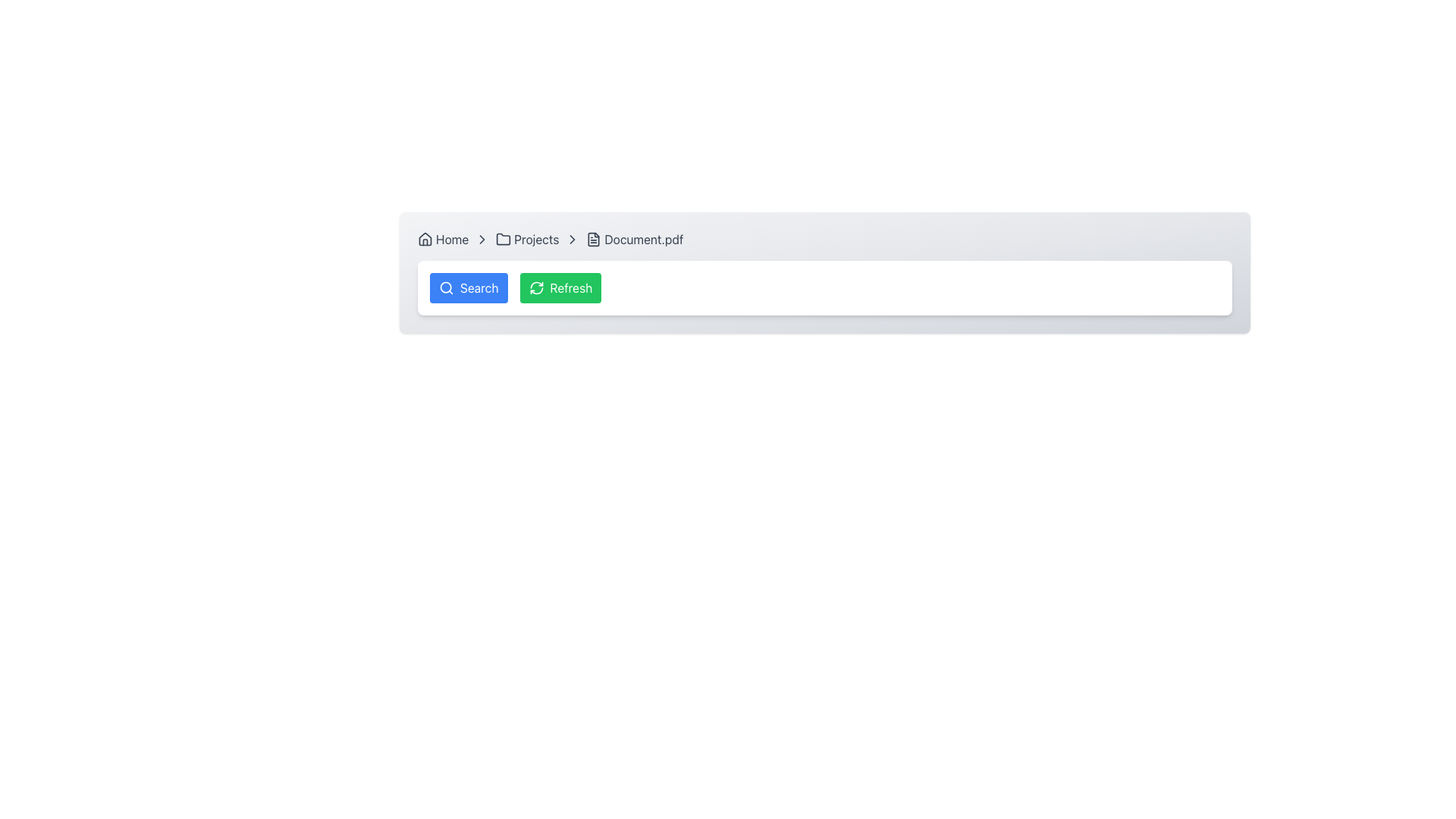 This screenshot has height=819, width=1456. Describe the element at coordinates (442, 239) in the screenshot. I see `the 'Home' breadcrumb navigation link, which is the leftmost link in the breadcrumb trail and features a house icon, to potentially reveal additional styling effects` at that location.